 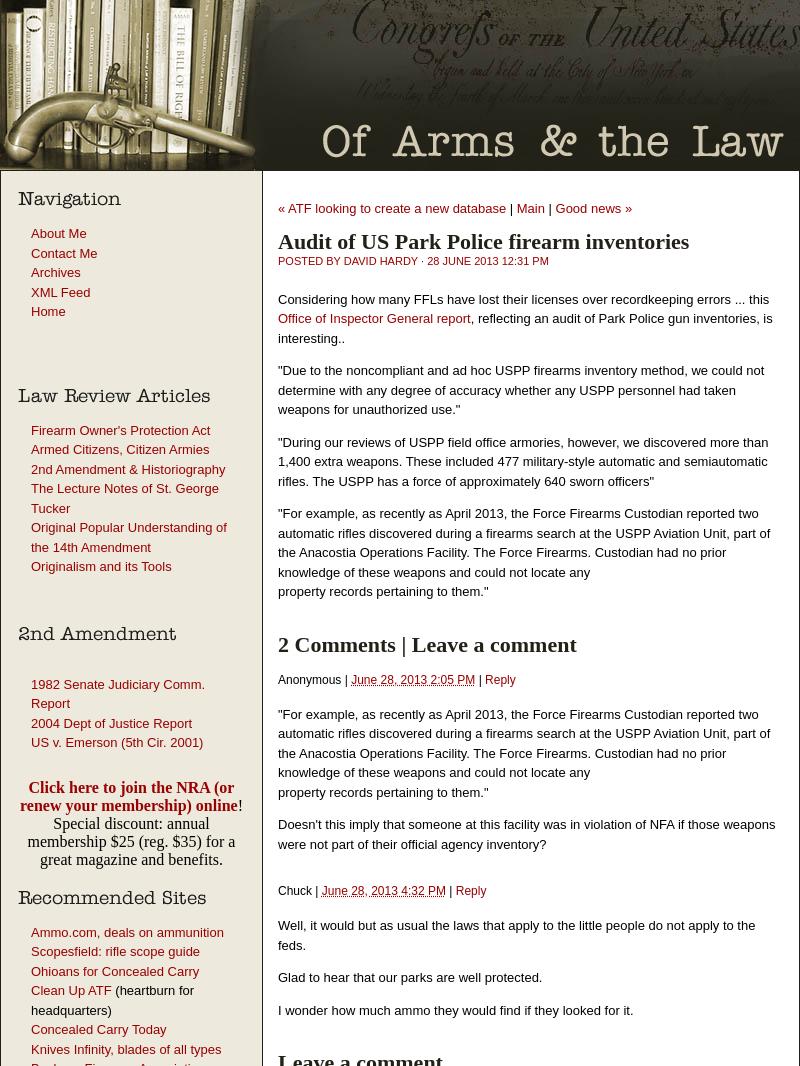 What do you see at coordinates (127, 536) in the screenshot?
I see `'Original Popular Understanding of the 14th Amendment'` at bounding box center [127, 536].